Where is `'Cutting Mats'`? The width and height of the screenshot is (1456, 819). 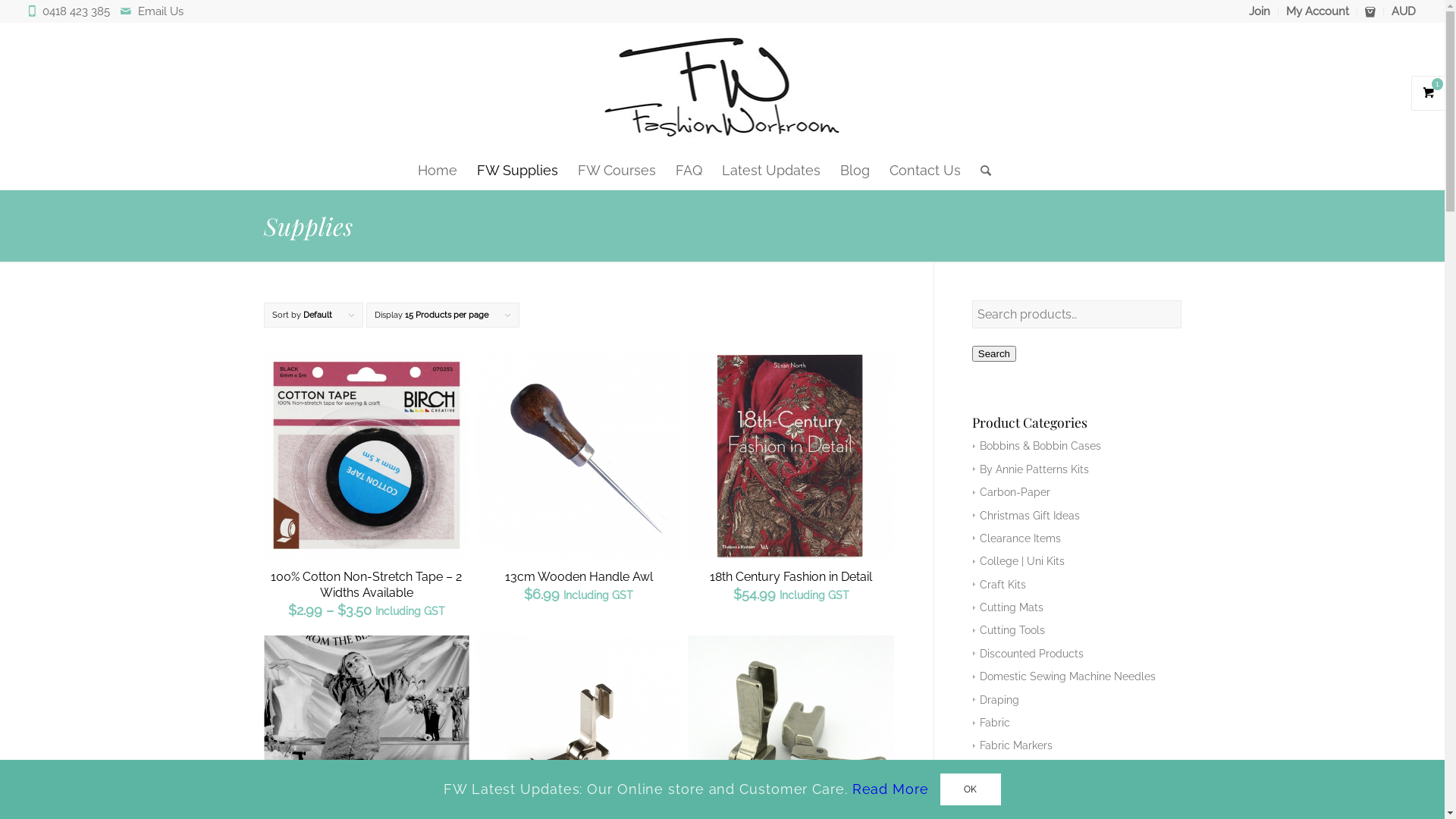
'Cutting Mats' is located at coordinates (972, 607).